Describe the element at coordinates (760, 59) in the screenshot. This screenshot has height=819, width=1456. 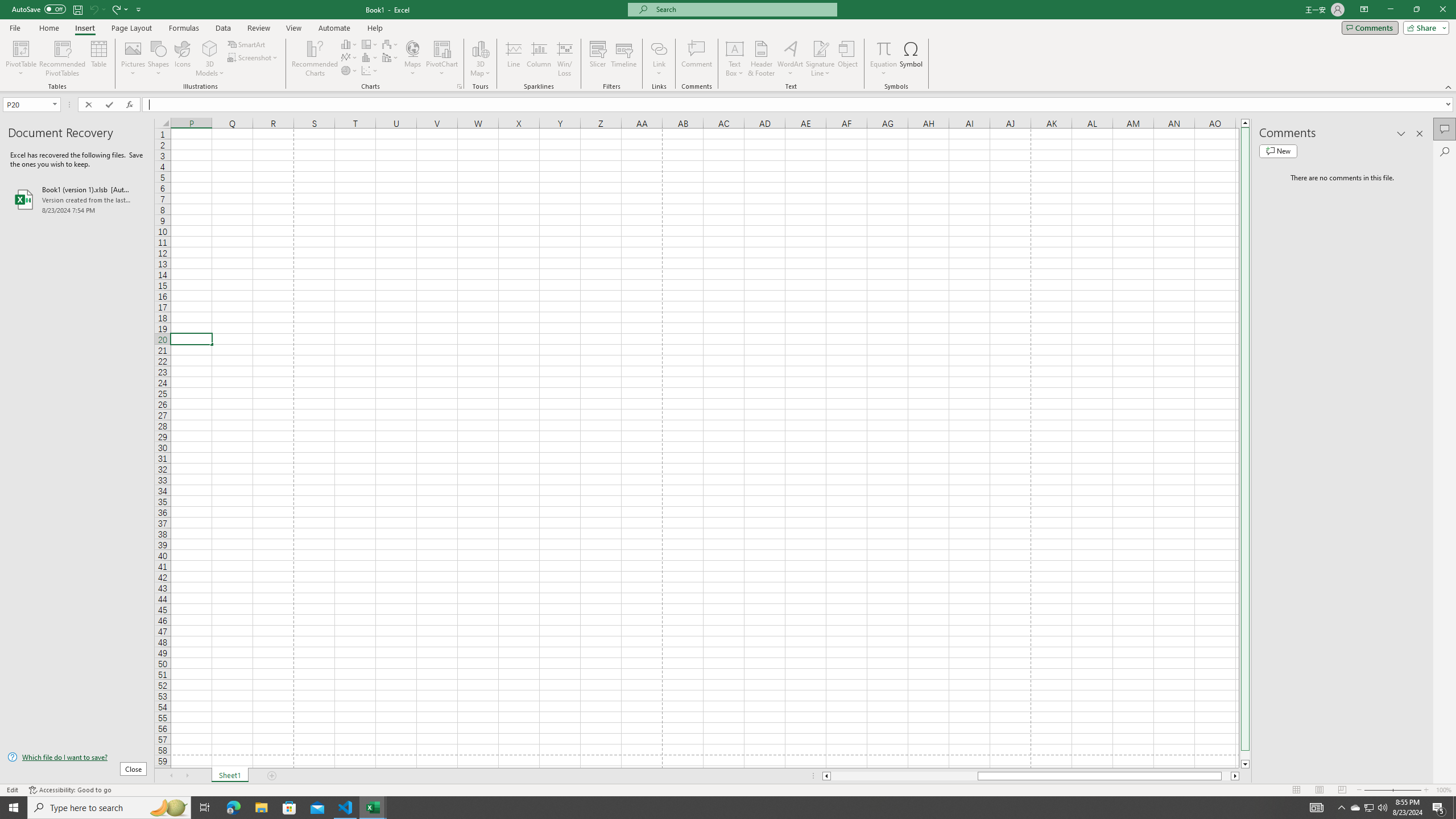
I see `'Header & Footer...'` at that location.